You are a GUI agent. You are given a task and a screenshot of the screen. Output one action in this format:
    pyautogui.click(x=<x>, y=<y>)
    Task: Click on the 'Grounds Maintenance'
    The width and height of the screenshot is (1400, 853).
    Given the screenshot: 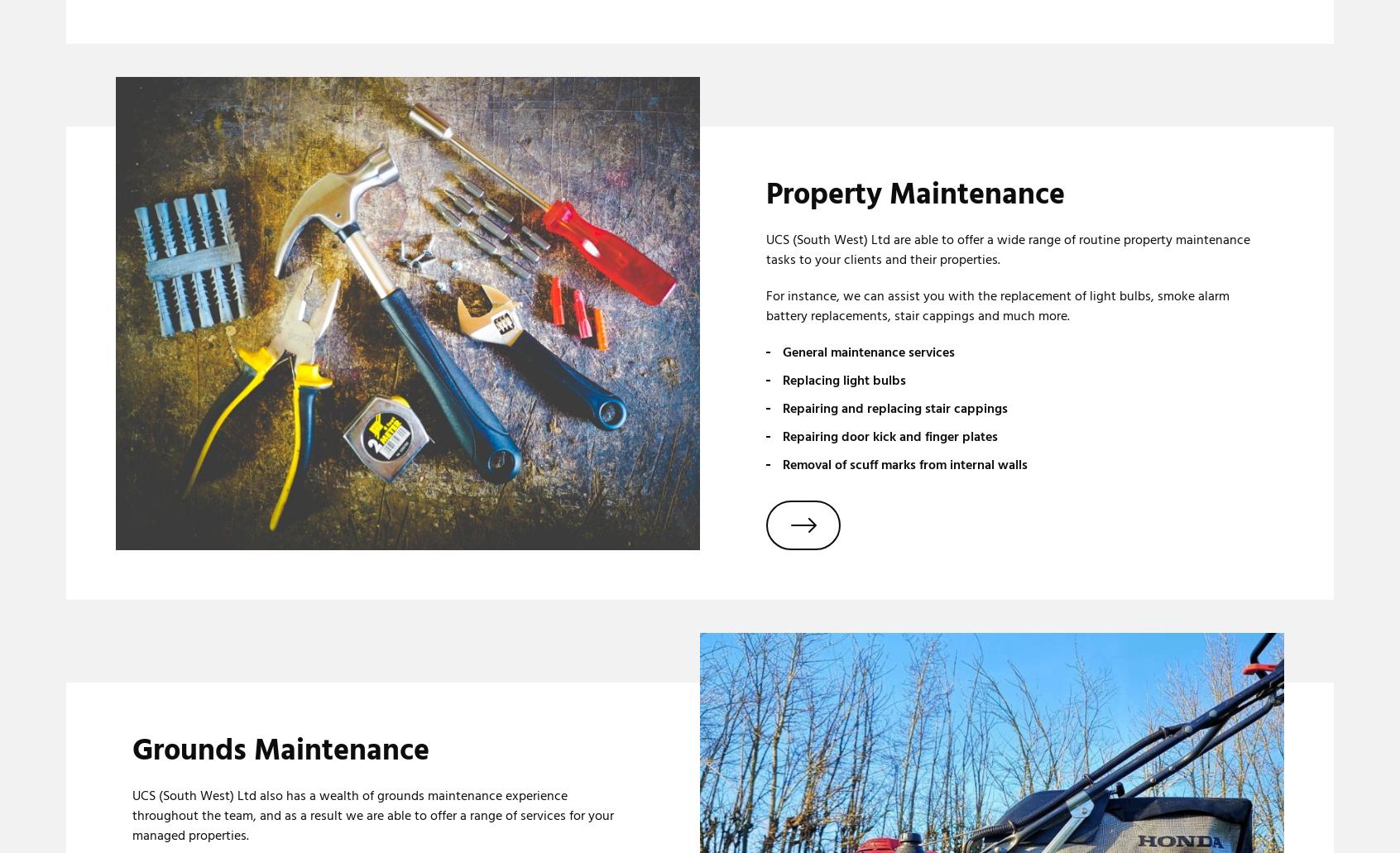 What is the action you would take?
    pyautogui.click(x=280, y=750)
    